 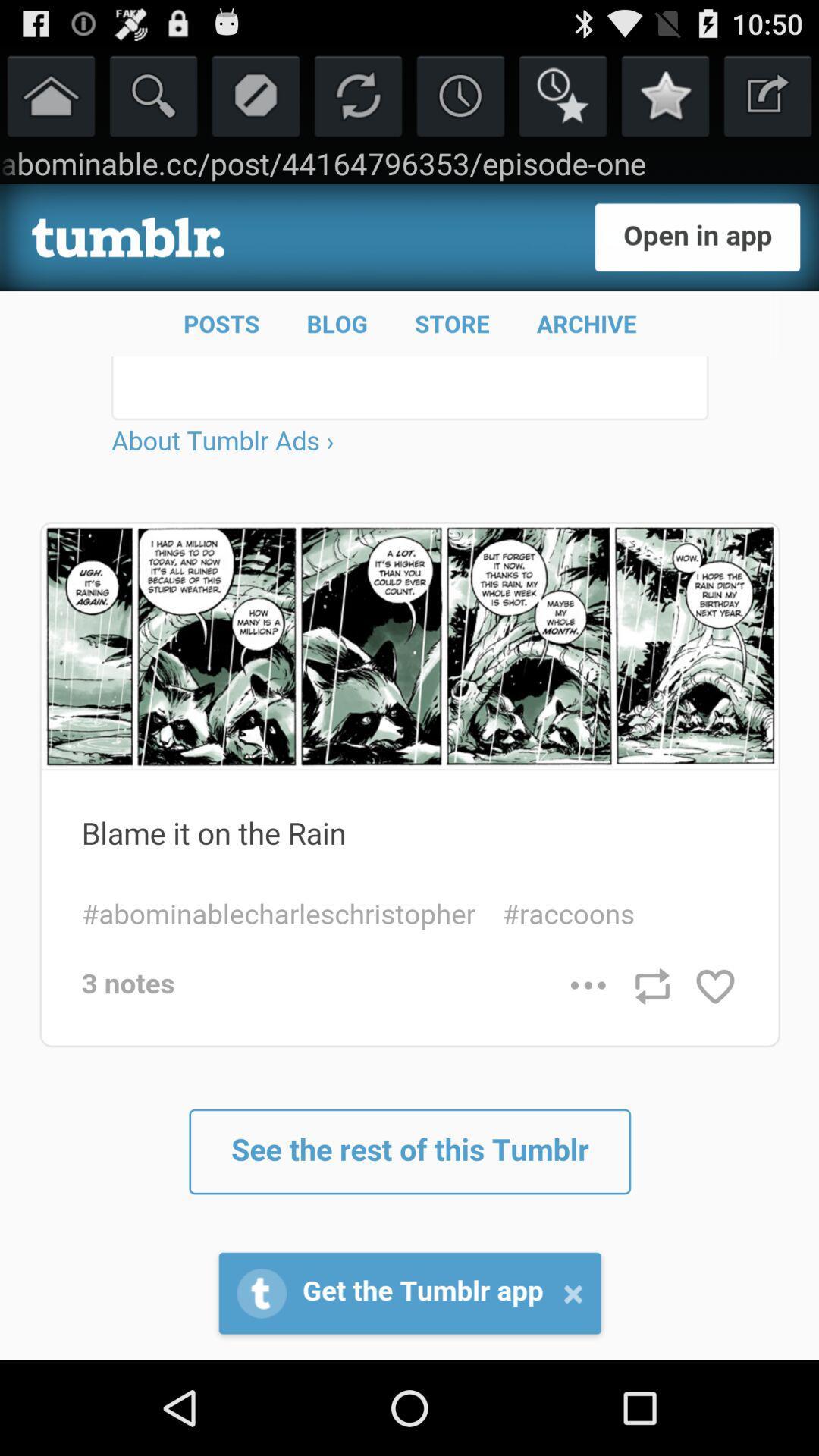 I want to click on bookmark this page, so click(x=664, y=94).